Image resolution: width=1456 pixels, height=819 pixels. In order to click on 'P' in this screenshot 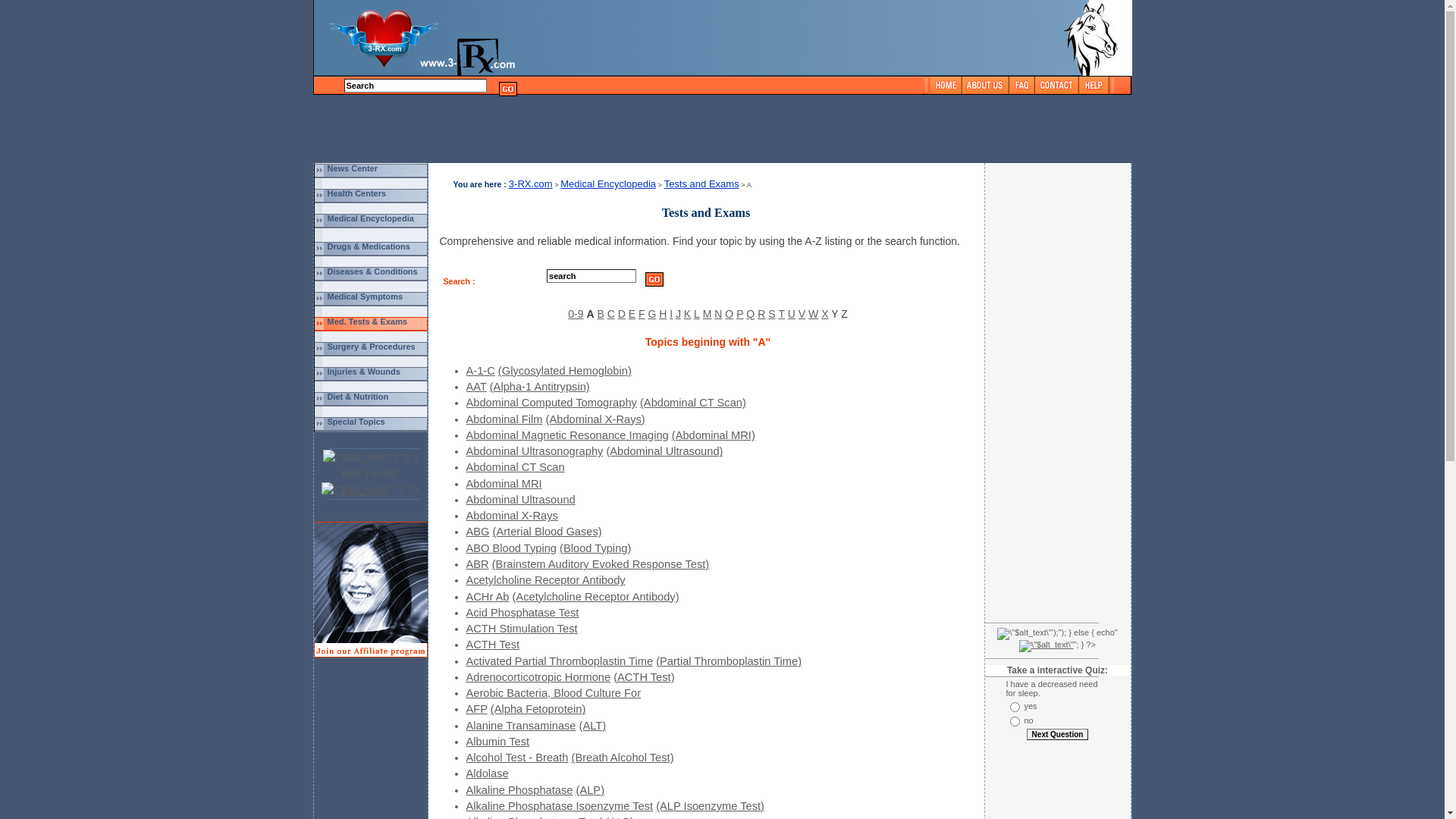, I will do `click(739, 312)`.